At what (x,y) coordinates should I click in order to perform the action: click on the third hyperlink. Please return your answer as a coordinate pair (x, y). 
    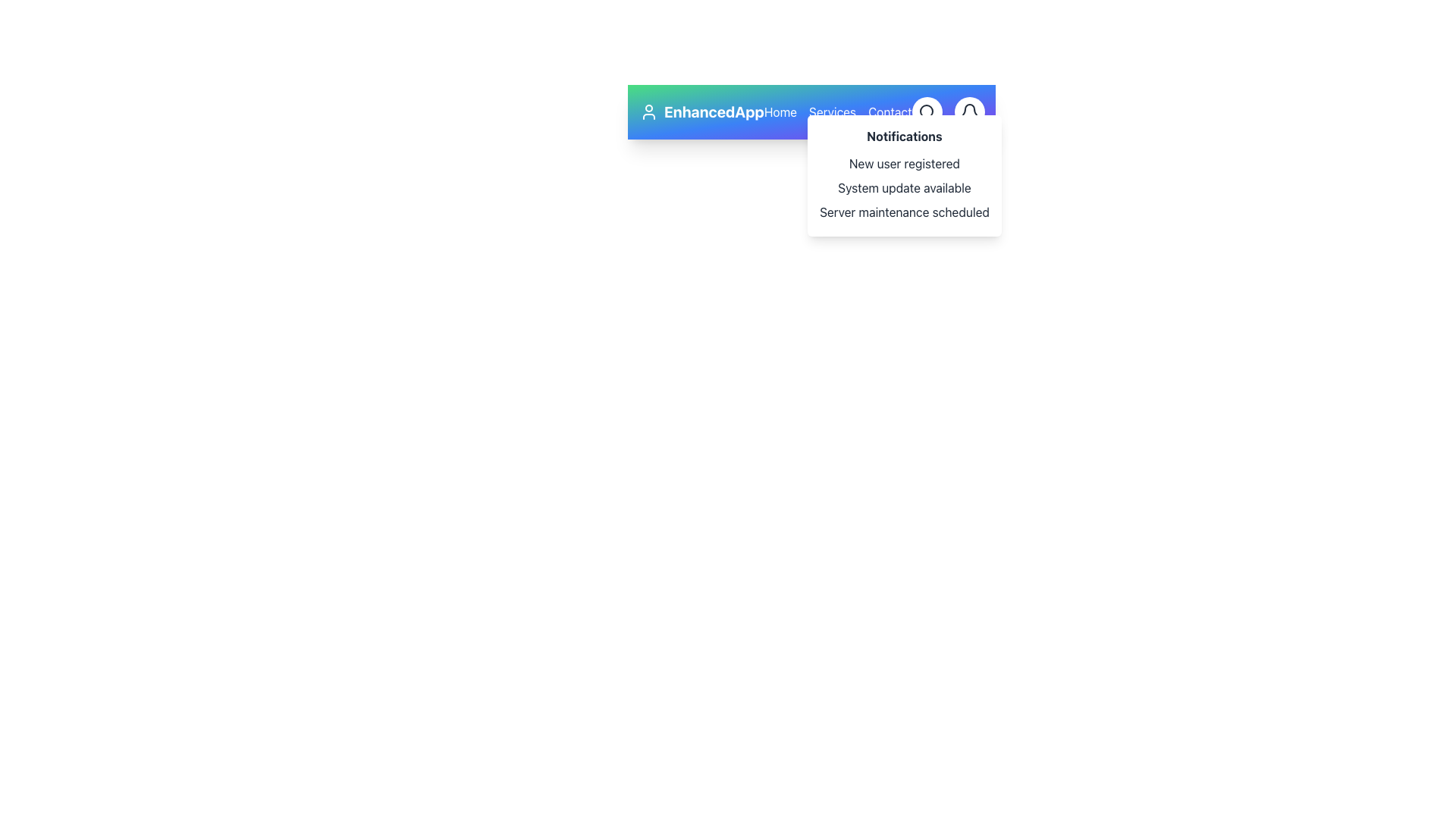
    Looking at the image, I should click on (890, 111).